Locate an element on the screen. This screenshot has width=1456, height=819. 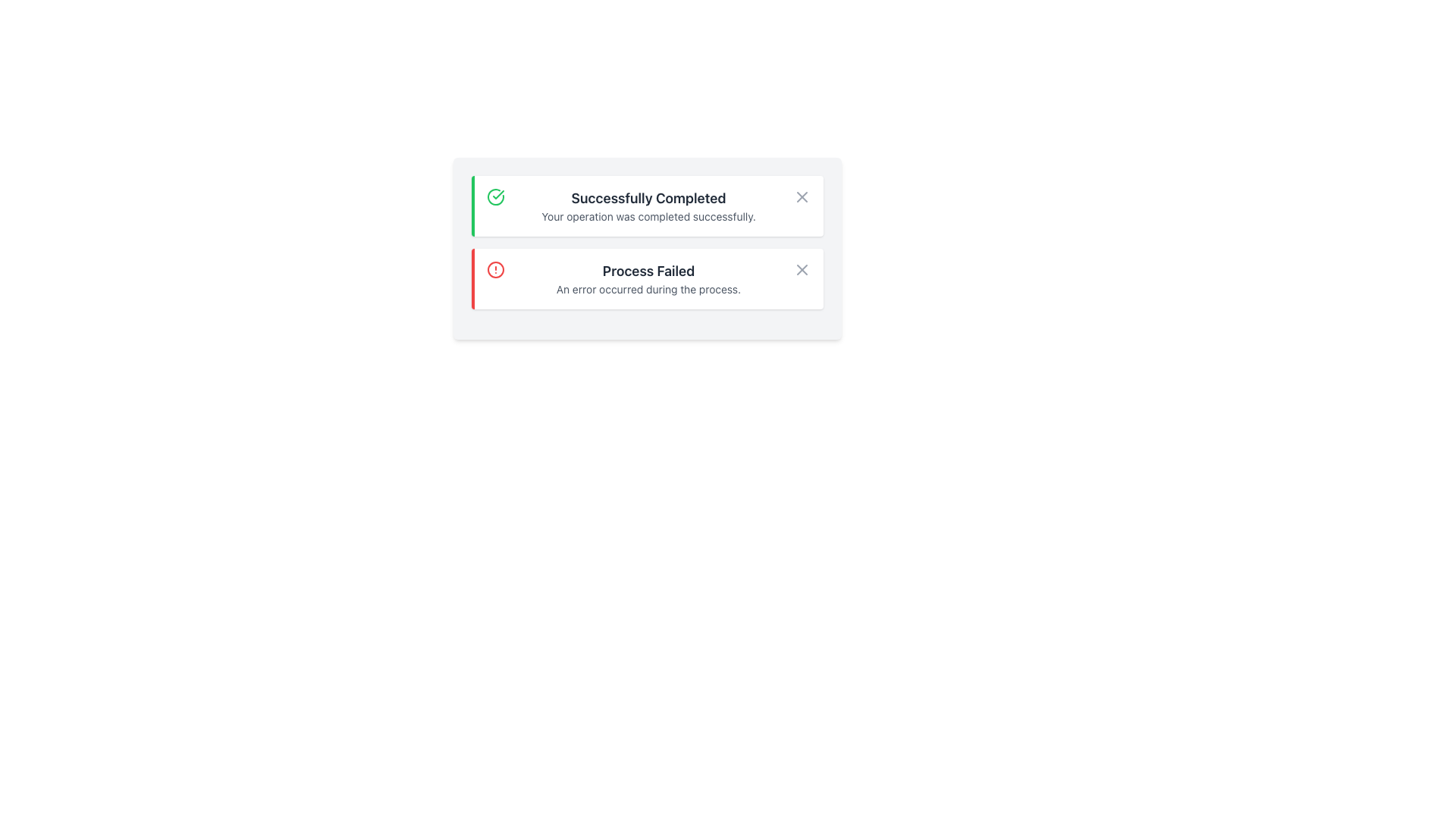
the small gray cross icon at the top-right of the 'Successfully Completed' notification card to inspect options is located at coordinates (801, 196).